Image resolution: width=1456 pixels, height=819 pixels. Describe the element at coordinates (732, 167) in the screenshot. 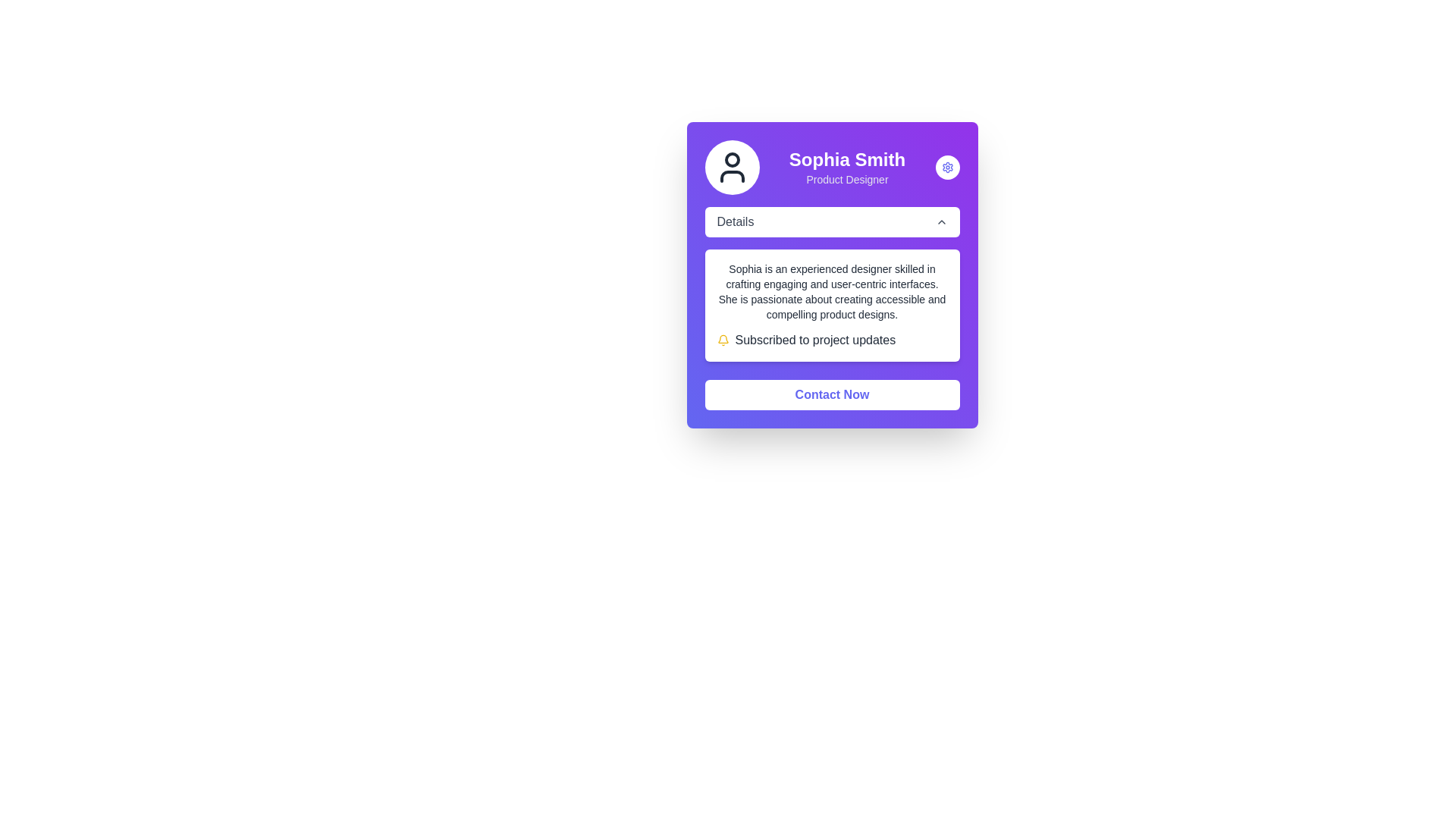

I see `the Profile Icon Placeholder, which is a circular component with a white background and a black user icon` at that location.